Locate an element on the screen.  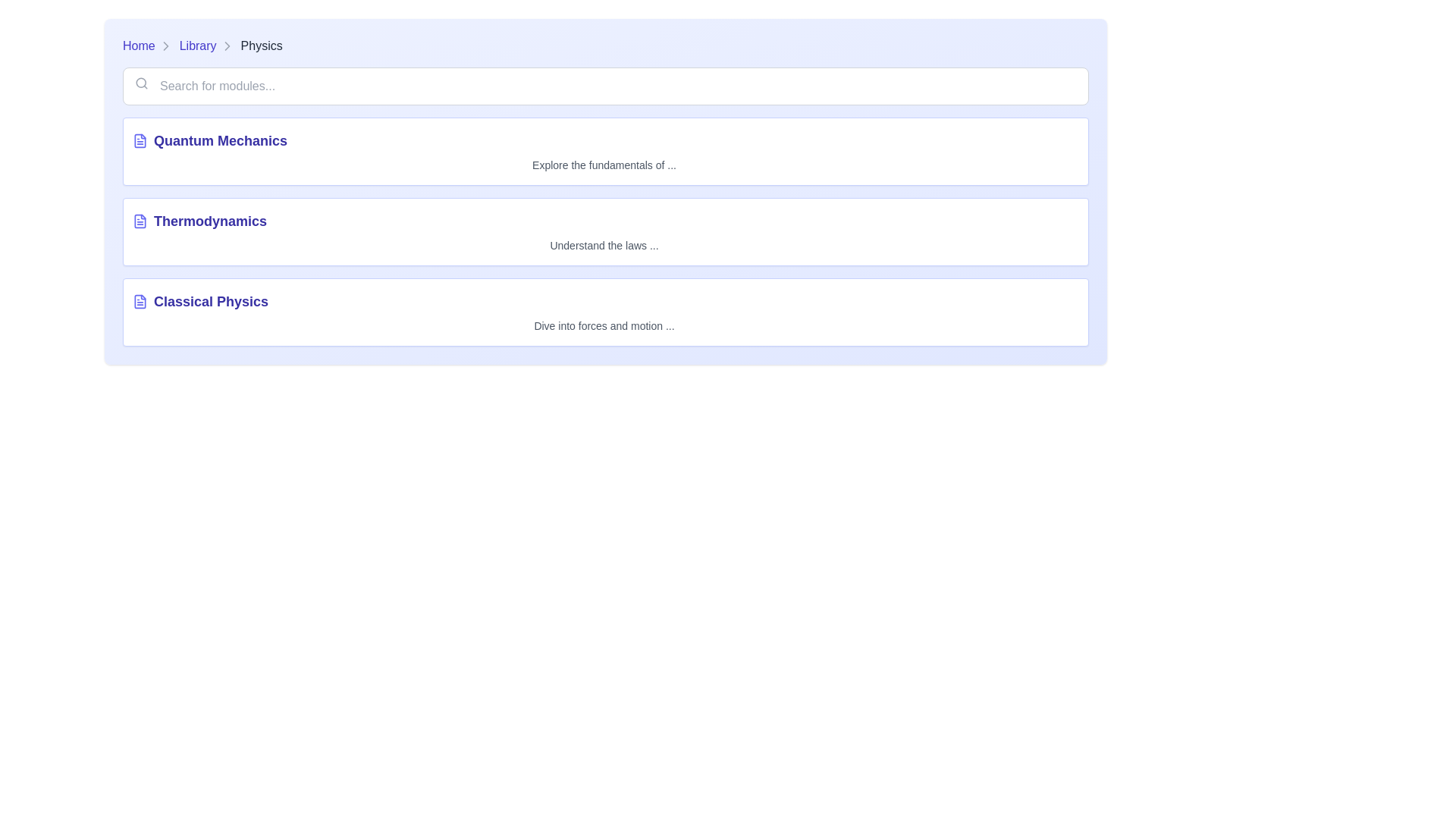
the 'Home' text link in the breadcrumb navigation is located at coordinates (139, 45).